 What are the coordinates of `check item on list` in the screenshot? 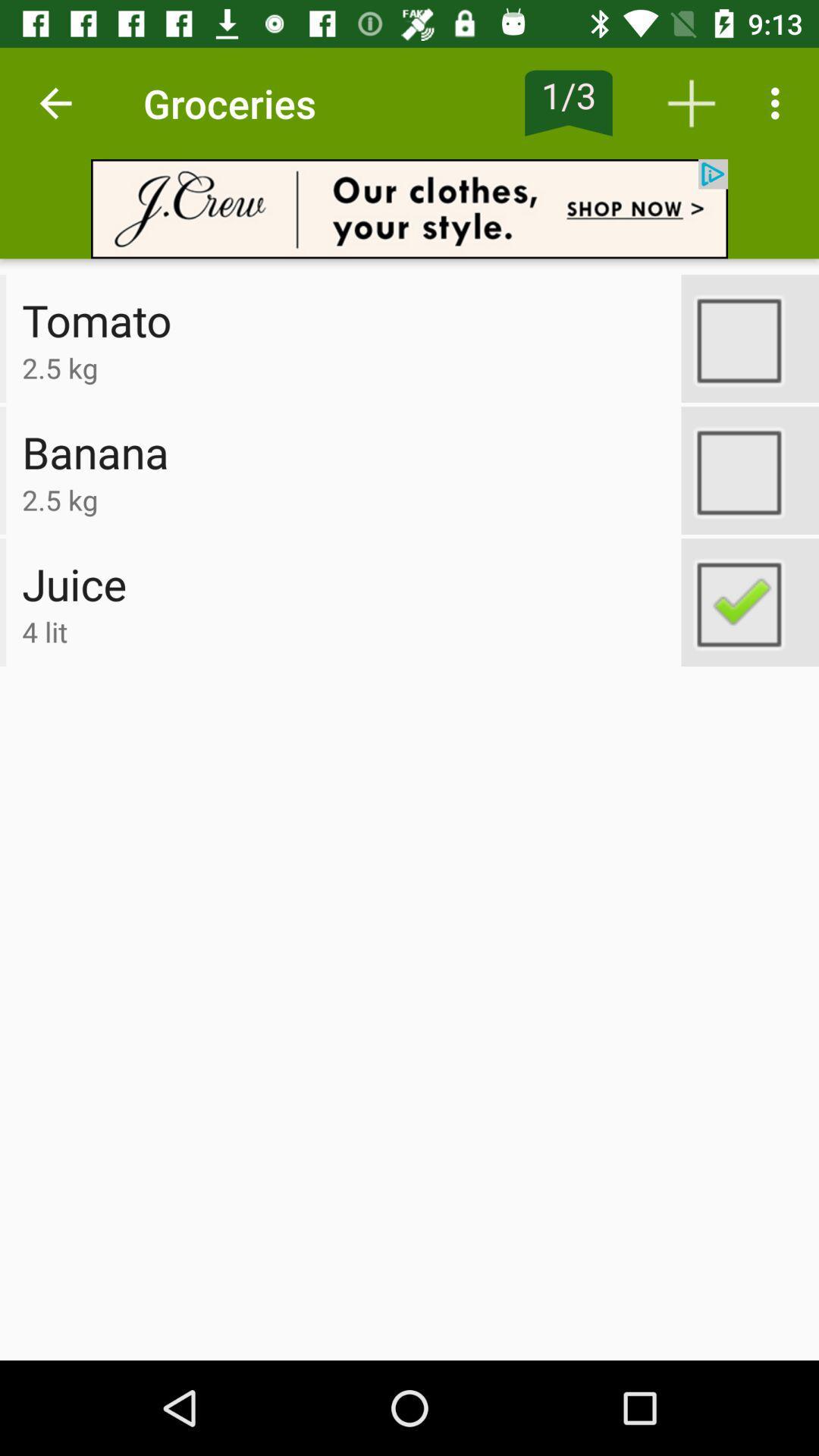 It's located at (749, 601).